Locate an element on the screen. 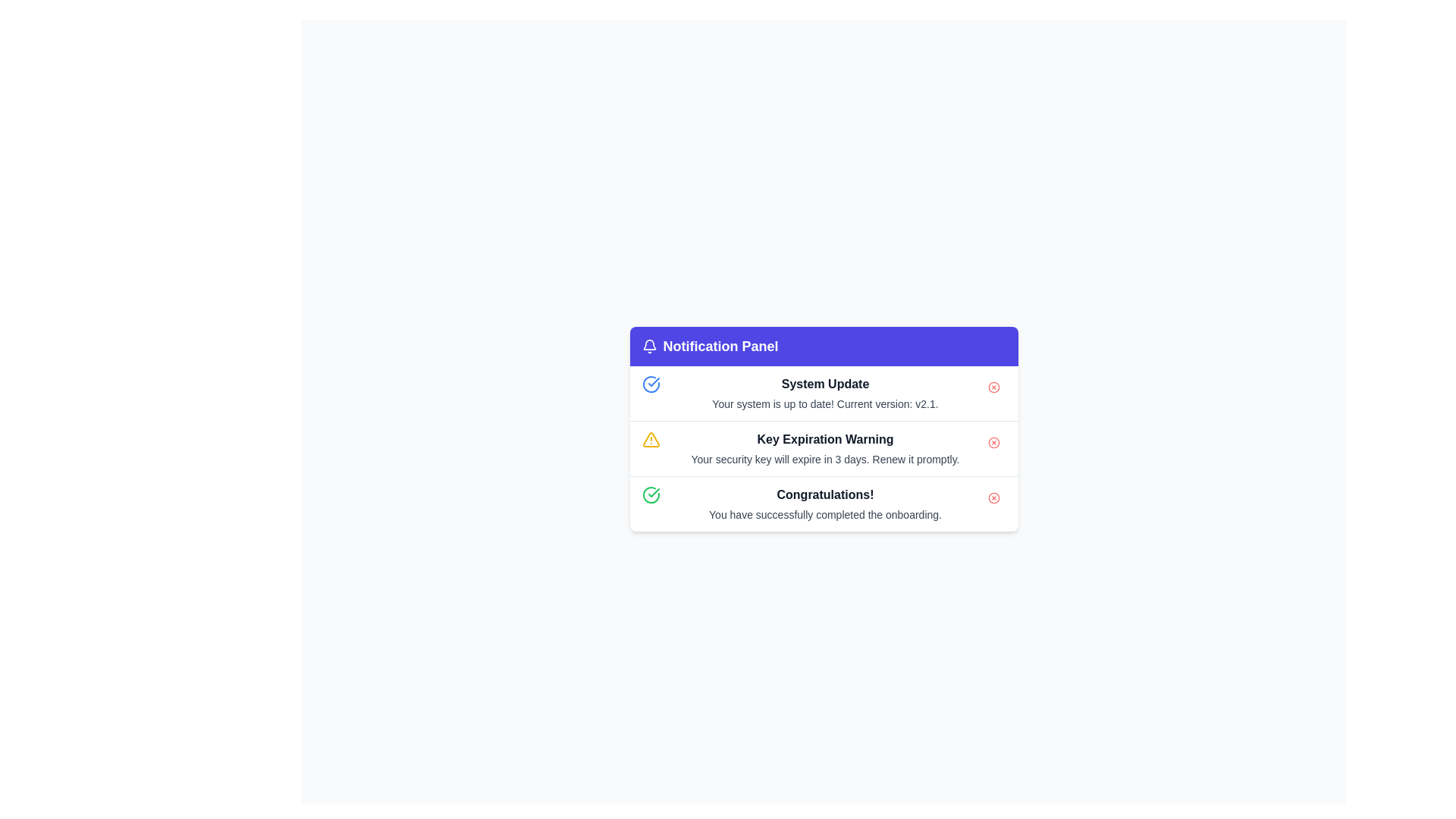  the SVG Circle element, which is a solid circle forming part of an icon in the notification panel, located to the right of the 'System Update' text is located at coordinates (993, 386).